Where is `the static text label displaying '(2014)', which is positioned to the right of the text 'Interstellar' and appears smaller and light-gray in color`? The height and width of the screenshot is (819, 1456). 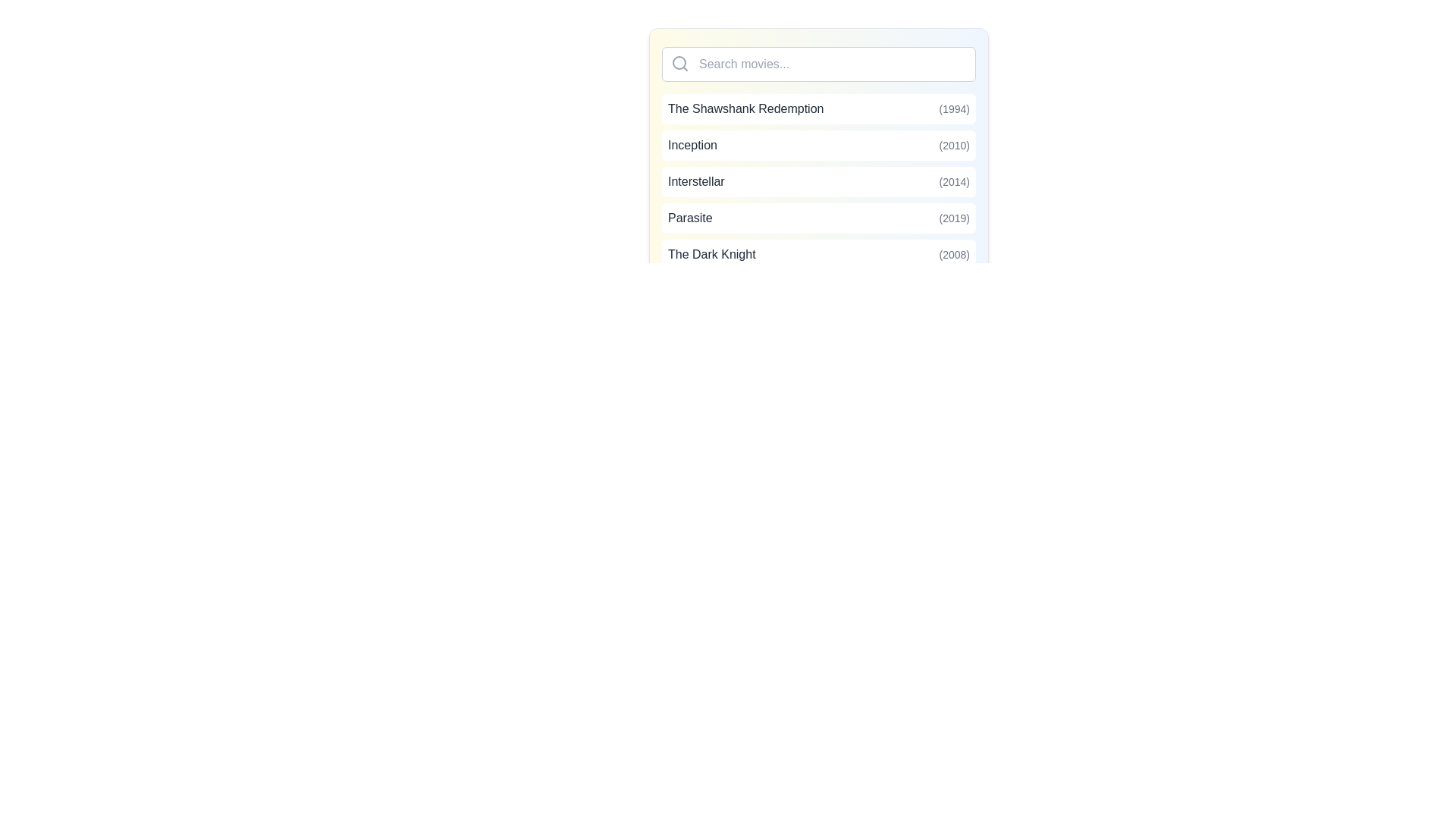 the static text label displaying '(2014)', which is positioned to the right of the text 'Interstellar' and appears smaller and light-gray in color is located at coordinates (953, 180).